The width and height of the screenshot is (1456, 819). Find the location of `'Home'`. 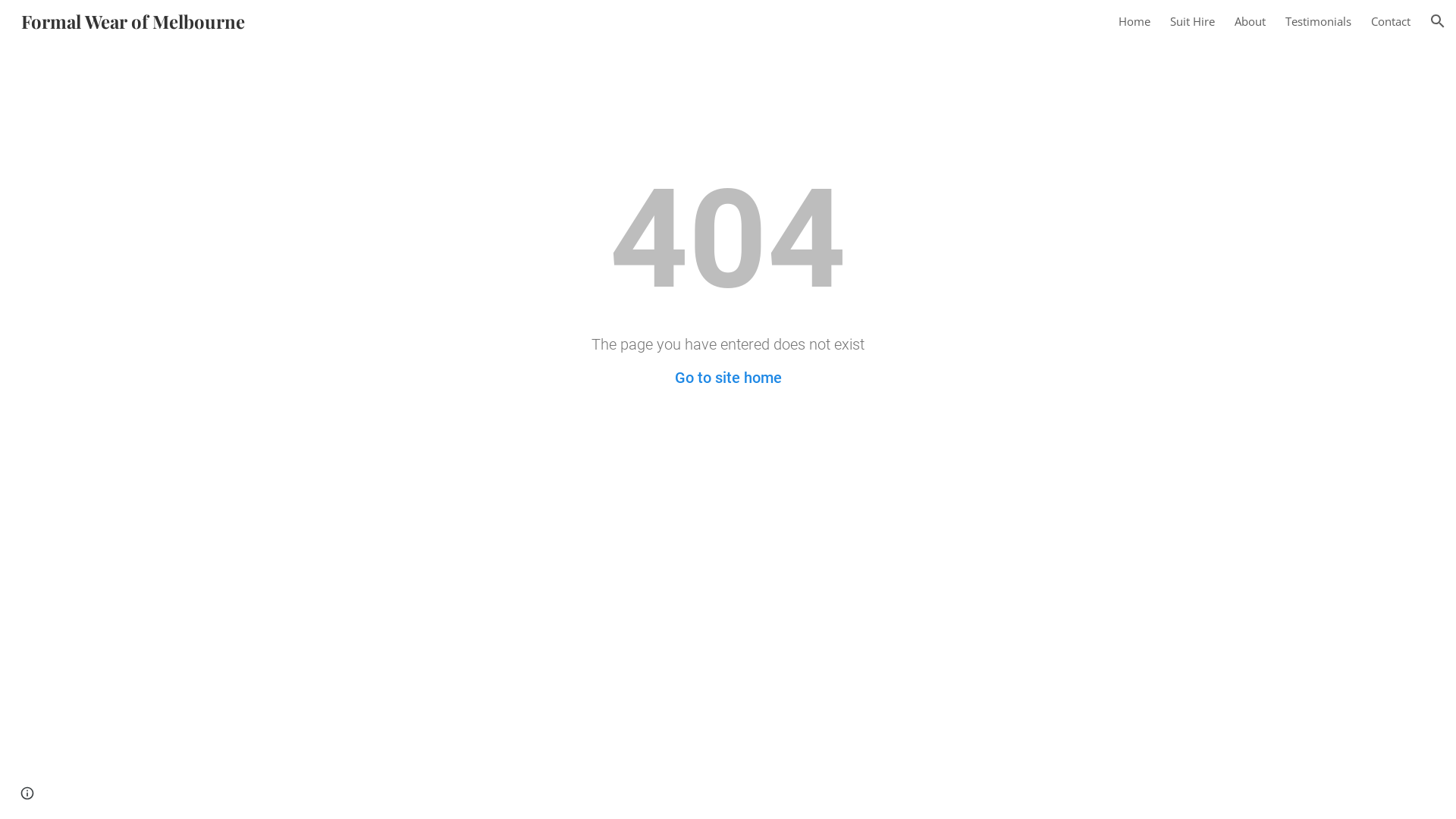

'Home' is located at coordinates (1134, 20).